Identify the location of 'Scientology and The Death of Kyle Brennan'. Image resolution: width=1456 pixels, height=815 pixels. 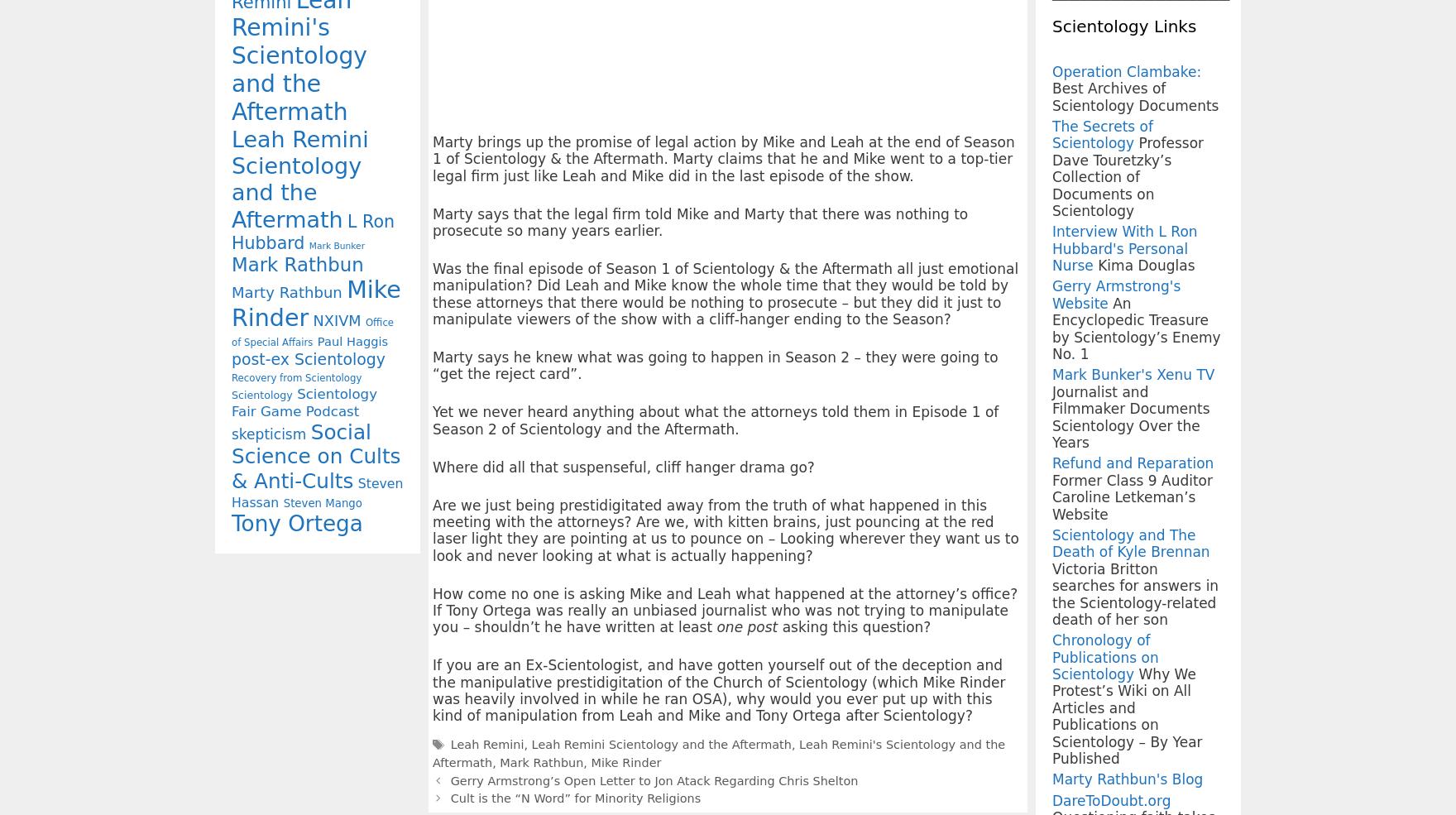
(1130, 542).